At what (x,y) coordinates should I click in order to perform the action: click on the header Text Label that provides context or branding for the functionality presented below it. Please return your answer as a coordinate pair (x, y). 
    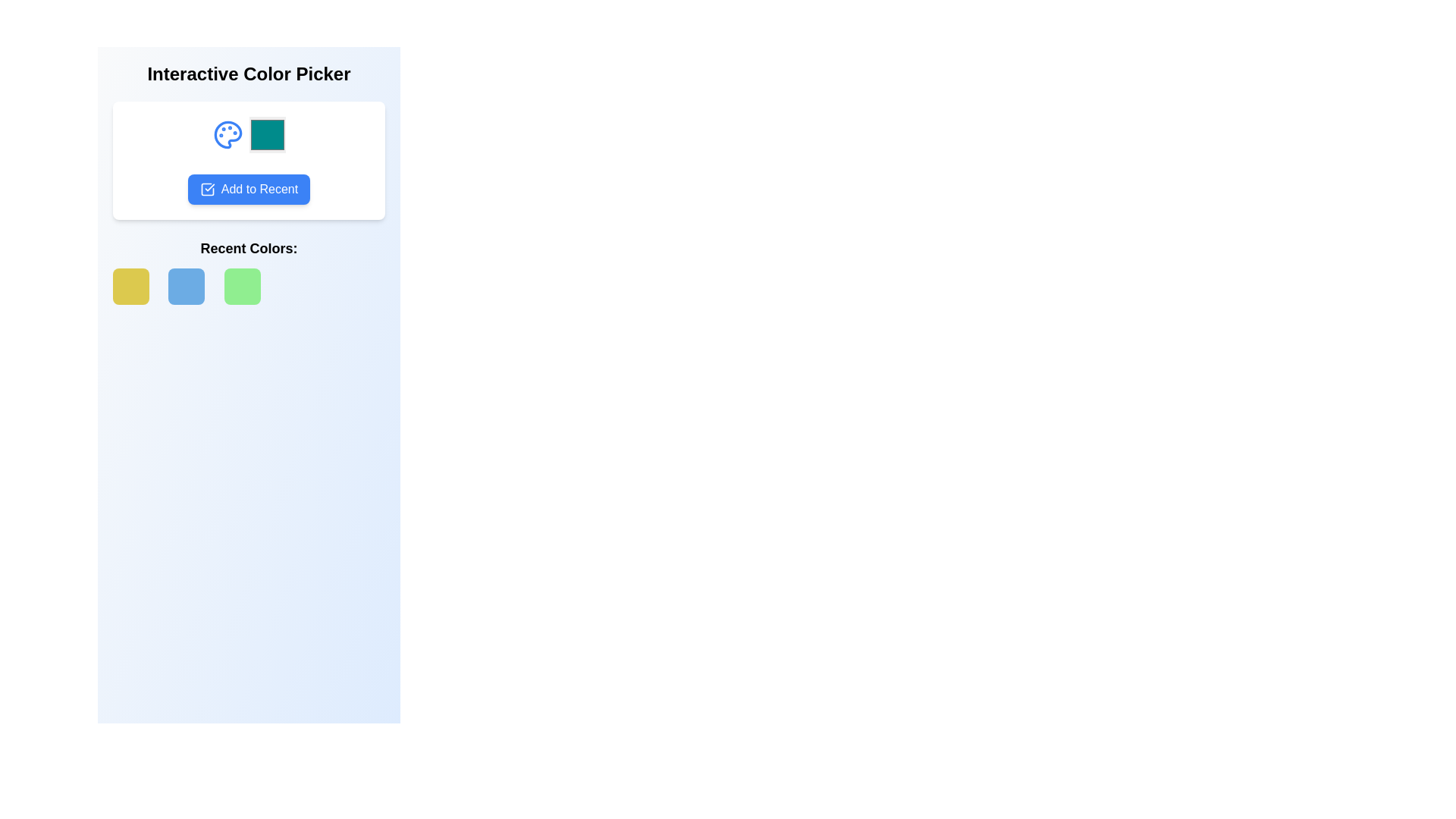
    Looking at the image, I should click on (249, 74).